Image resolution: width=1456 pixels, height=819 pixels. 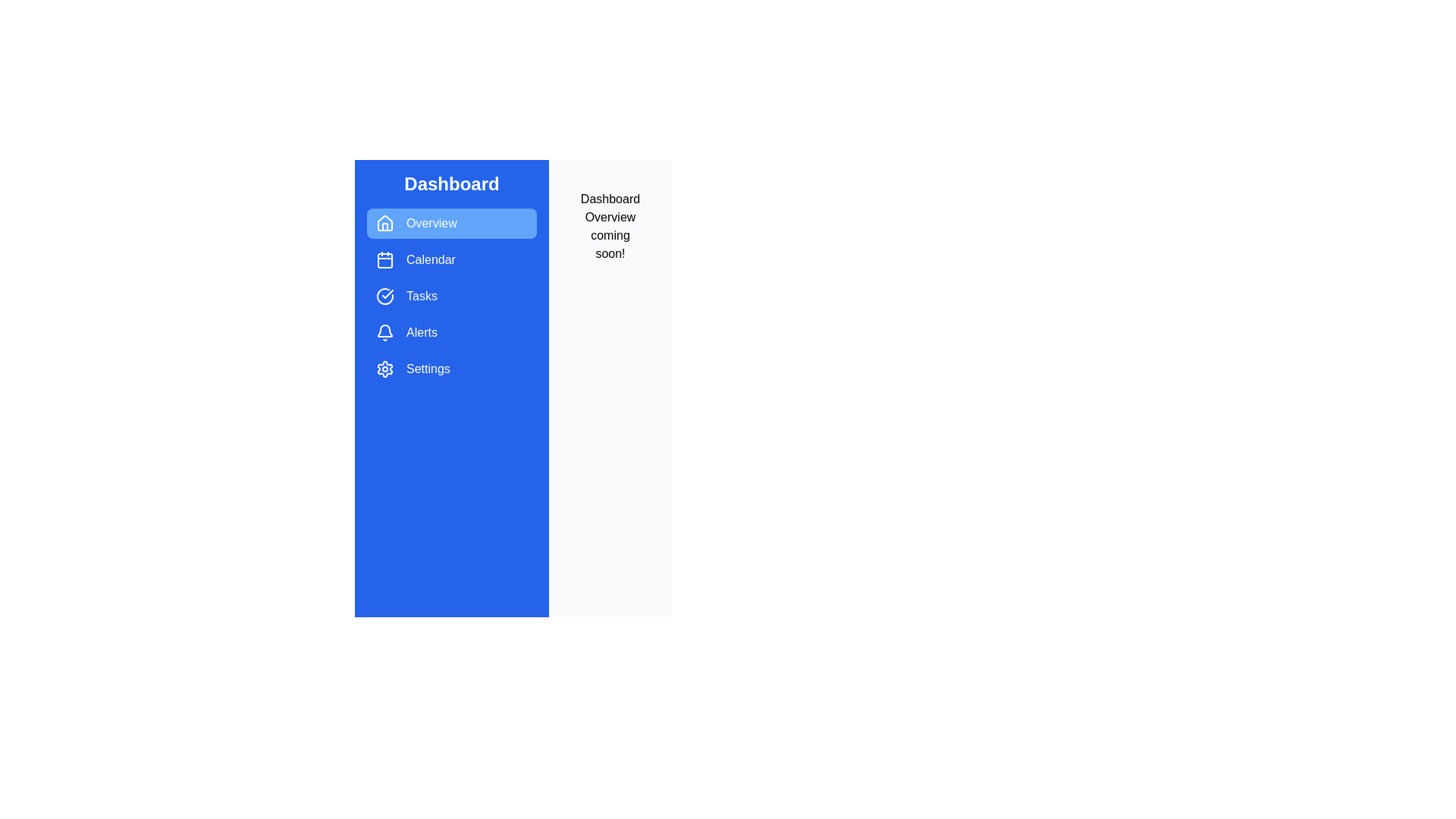 I want to click on the circular checkmark icon in the sidebar navigation menu, so click(x=385, y=296).